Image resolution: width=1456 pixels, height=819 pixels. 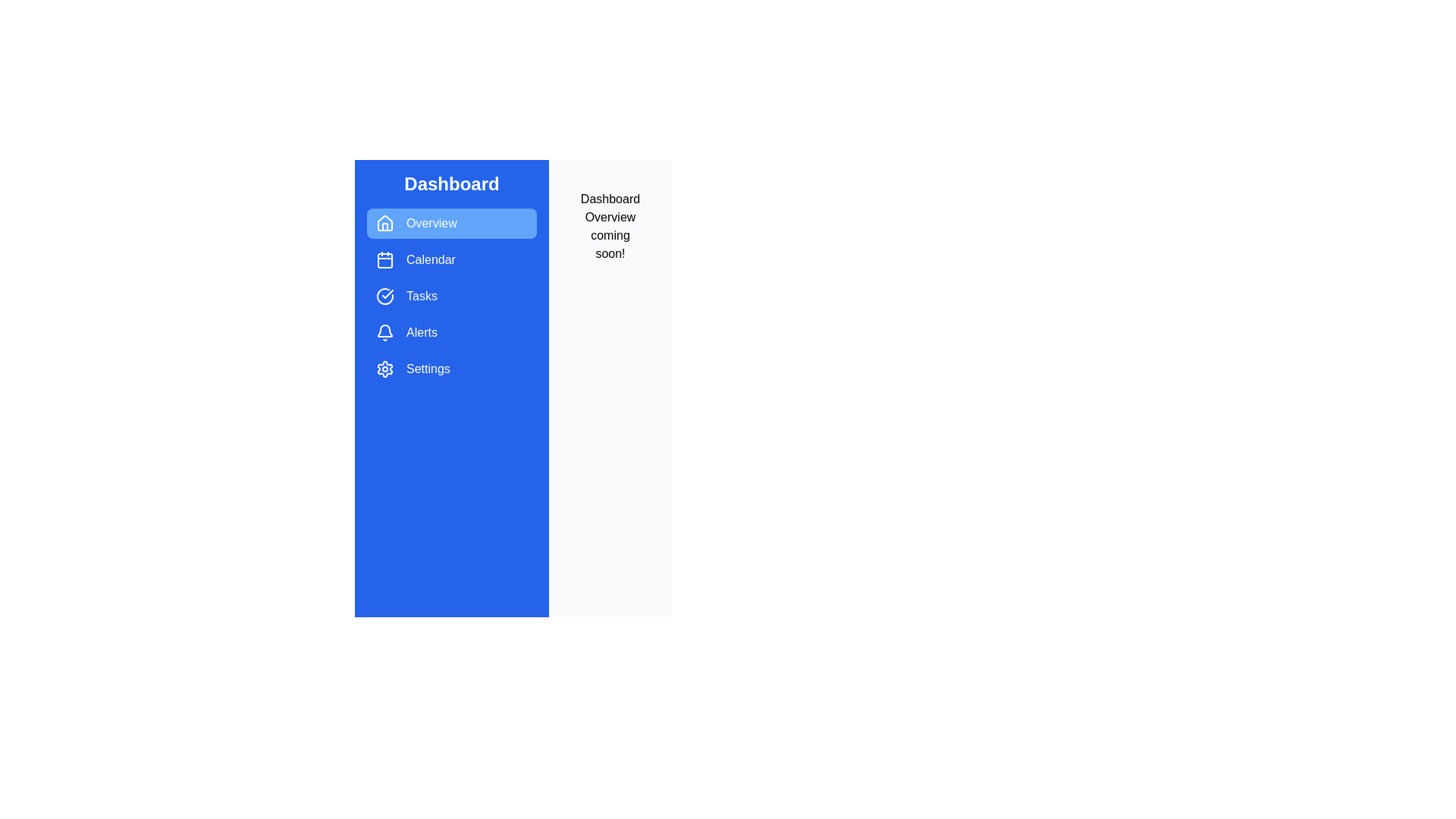 I want to click on the circular checkmark icon in the sidebar navigation menu, so click(x=385, y=296).